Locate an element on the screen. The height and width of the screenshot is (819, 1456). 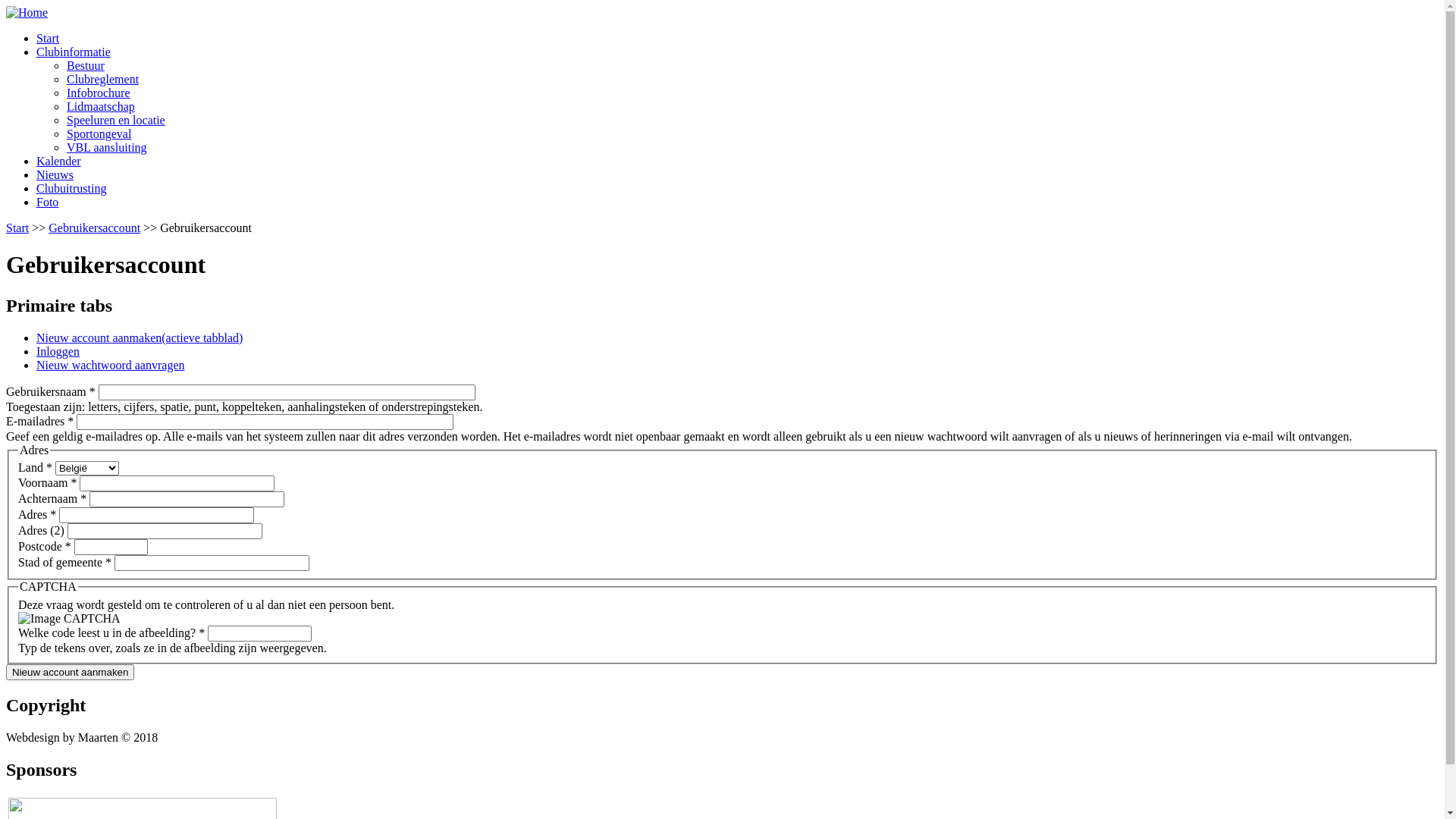
'Gebruikersaccount' is located at coordinates (48, 227).